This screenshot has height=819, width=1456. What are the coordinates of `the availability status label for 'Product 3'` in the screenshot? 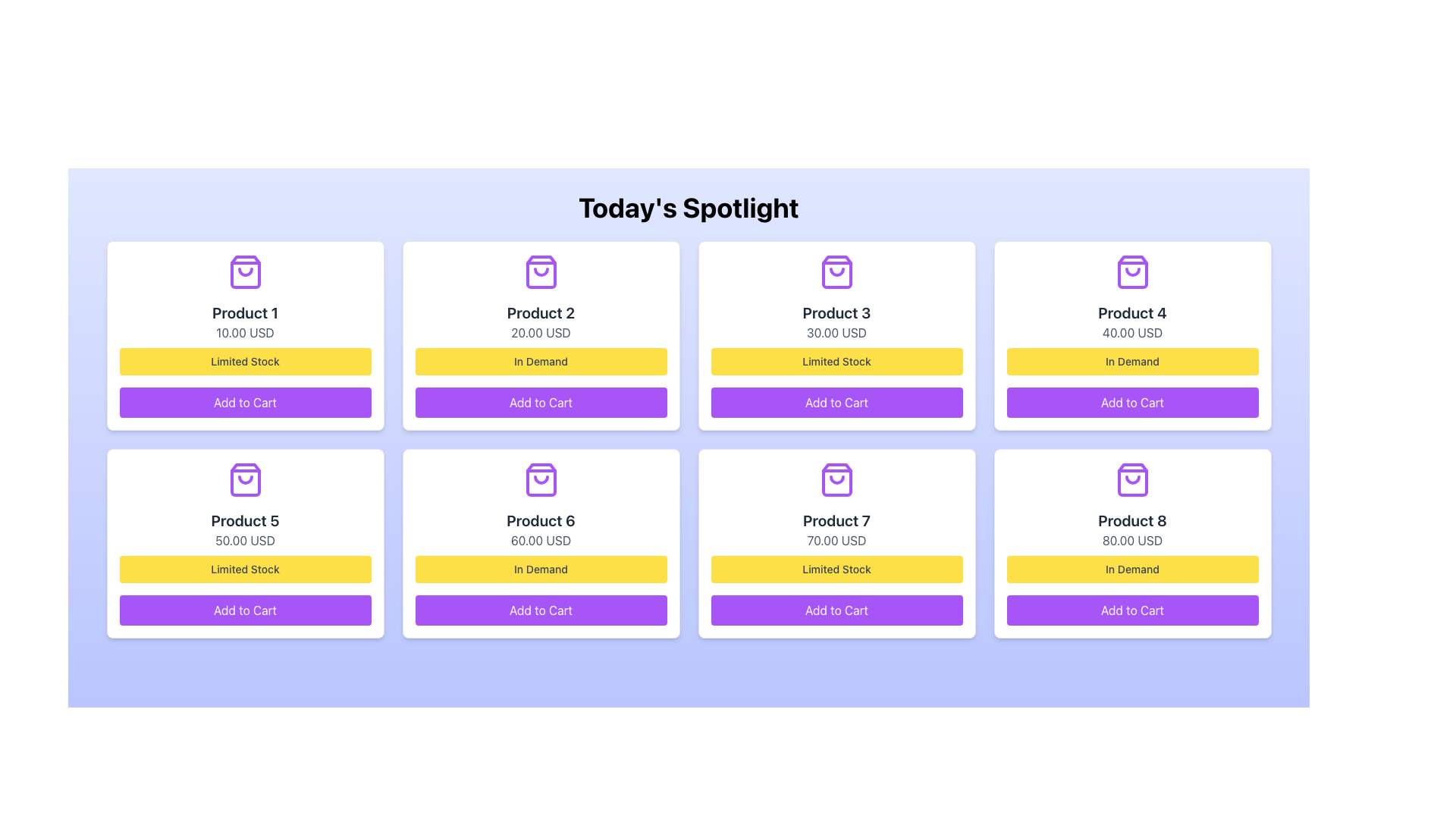 It's located at (836, 362).